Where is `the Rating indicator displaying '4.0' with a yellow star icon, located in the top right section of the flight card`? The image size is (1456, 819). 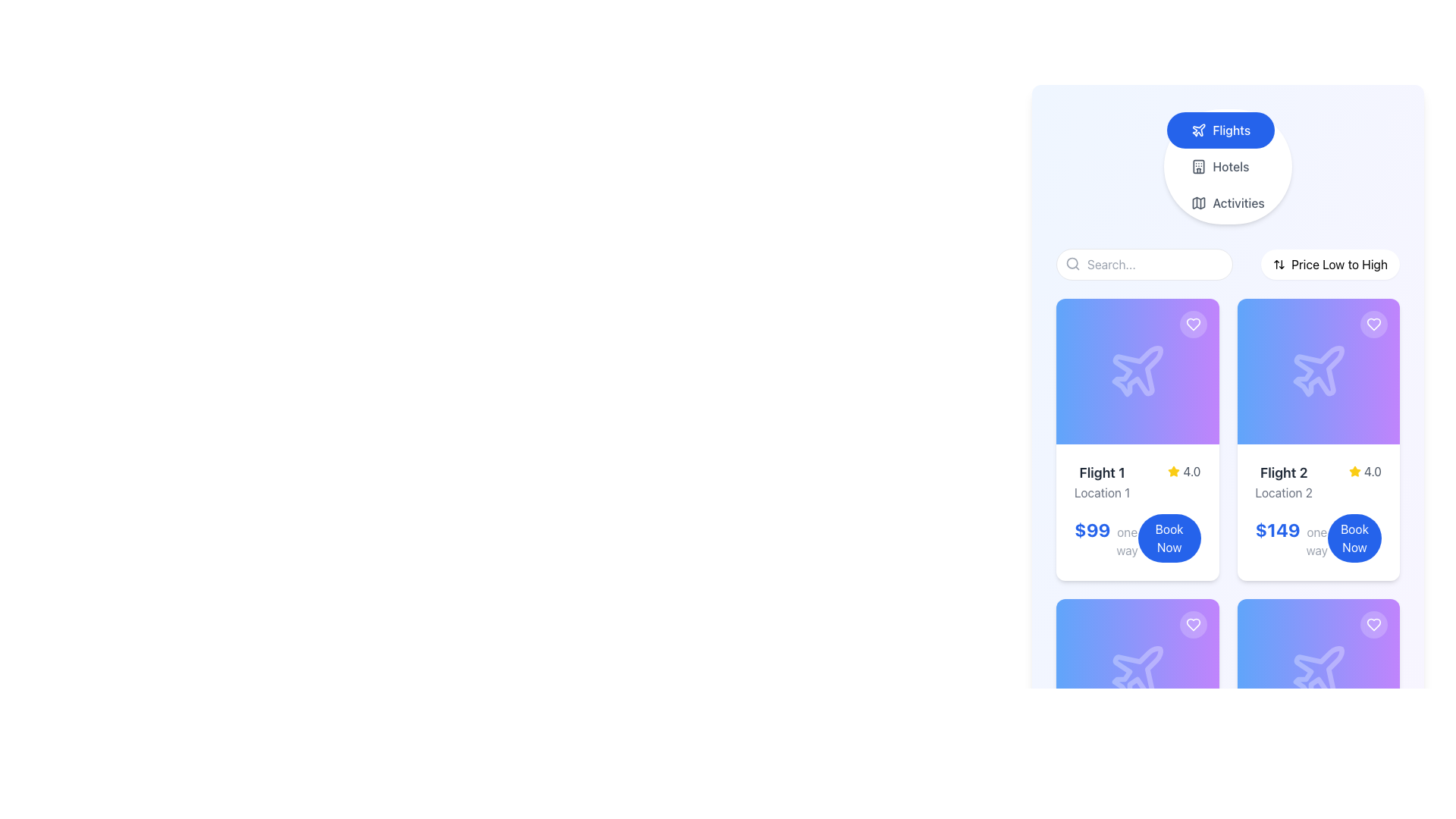 the Rating indicator displaying '4.0' with a yellow star icon, located in the top right section of the flight card is located at coordinates (1183, 470).